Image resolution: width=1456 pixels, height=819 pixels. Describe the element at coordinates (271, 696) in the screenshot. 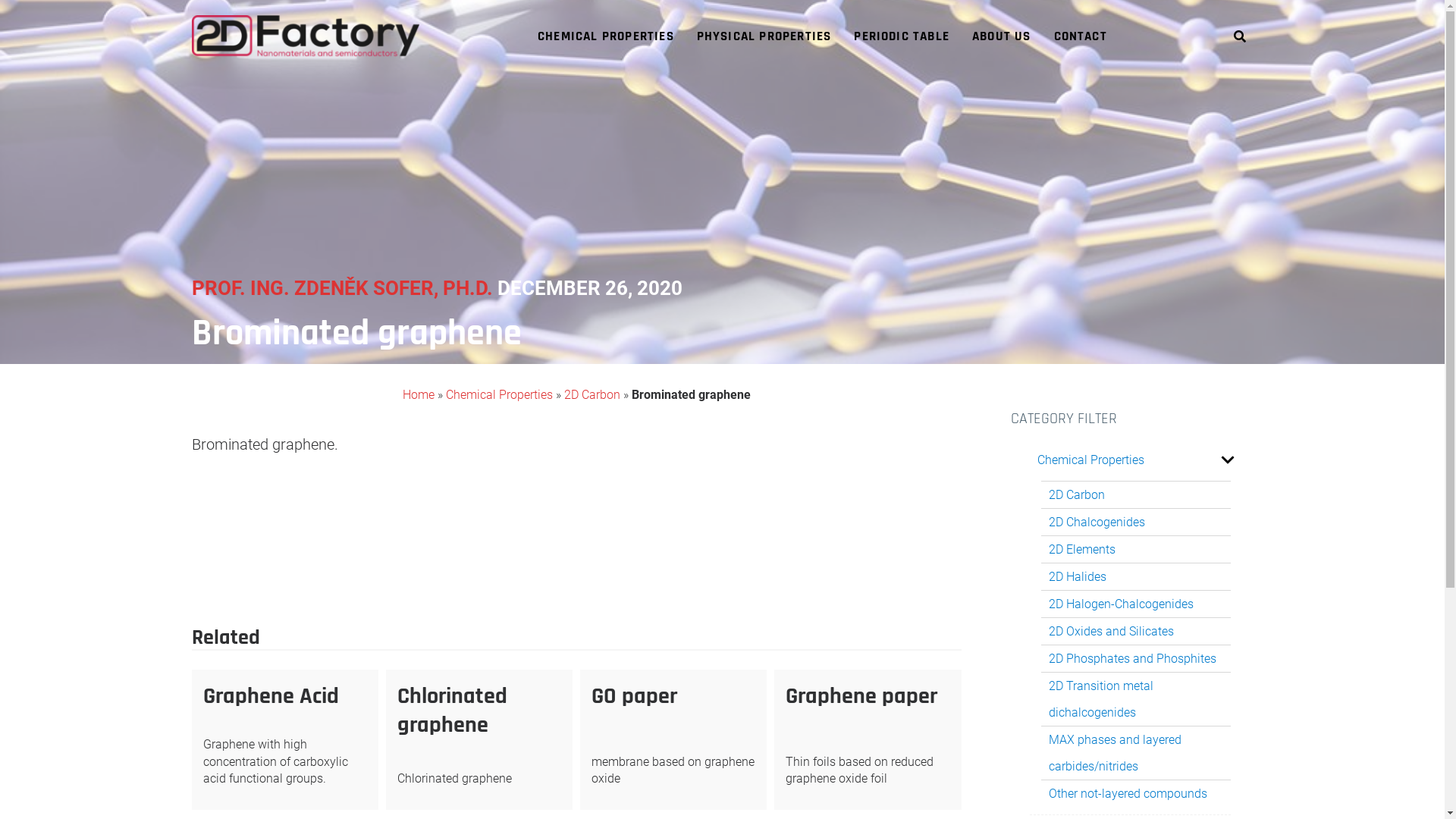

I see `'Graphene Acid'` at that location.